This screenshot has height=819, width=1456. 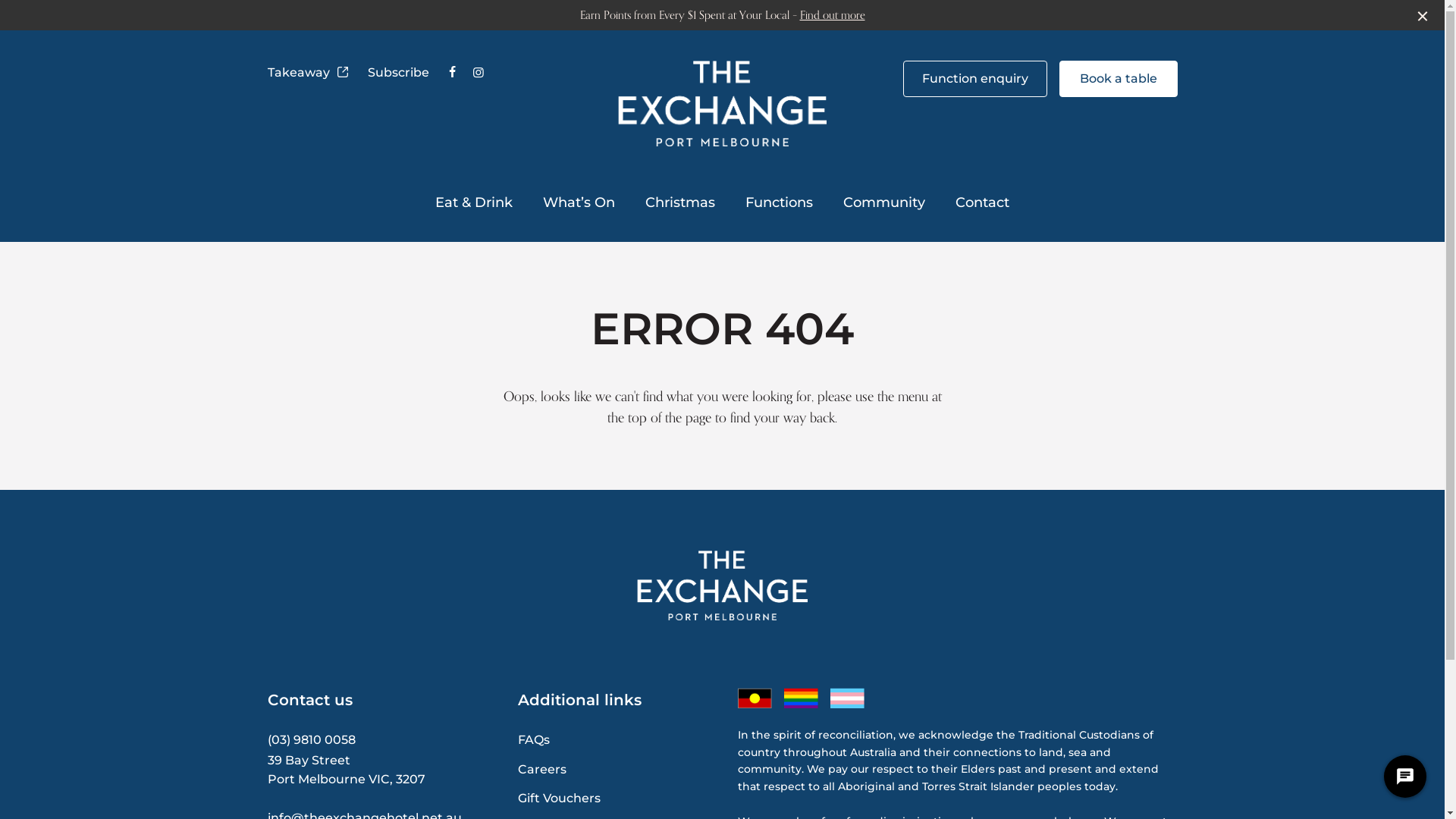 What do you see at coordinates (307, 73) in the screenshot?
I see `'Takeaway'` at bounding box center [307, 73].